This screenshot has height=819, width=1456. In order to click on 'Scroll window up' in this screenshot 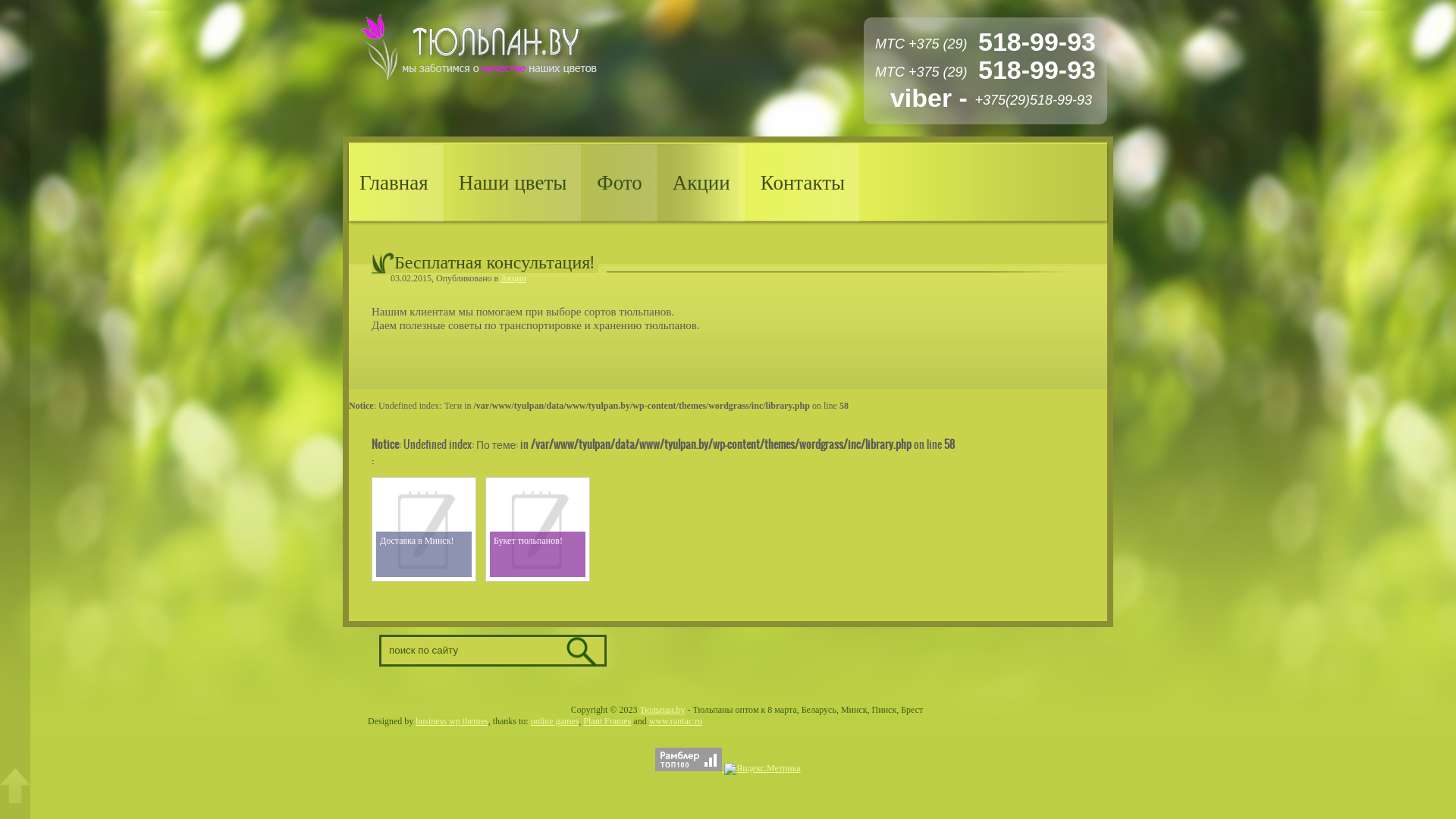, I will do `click(14, 785)`.